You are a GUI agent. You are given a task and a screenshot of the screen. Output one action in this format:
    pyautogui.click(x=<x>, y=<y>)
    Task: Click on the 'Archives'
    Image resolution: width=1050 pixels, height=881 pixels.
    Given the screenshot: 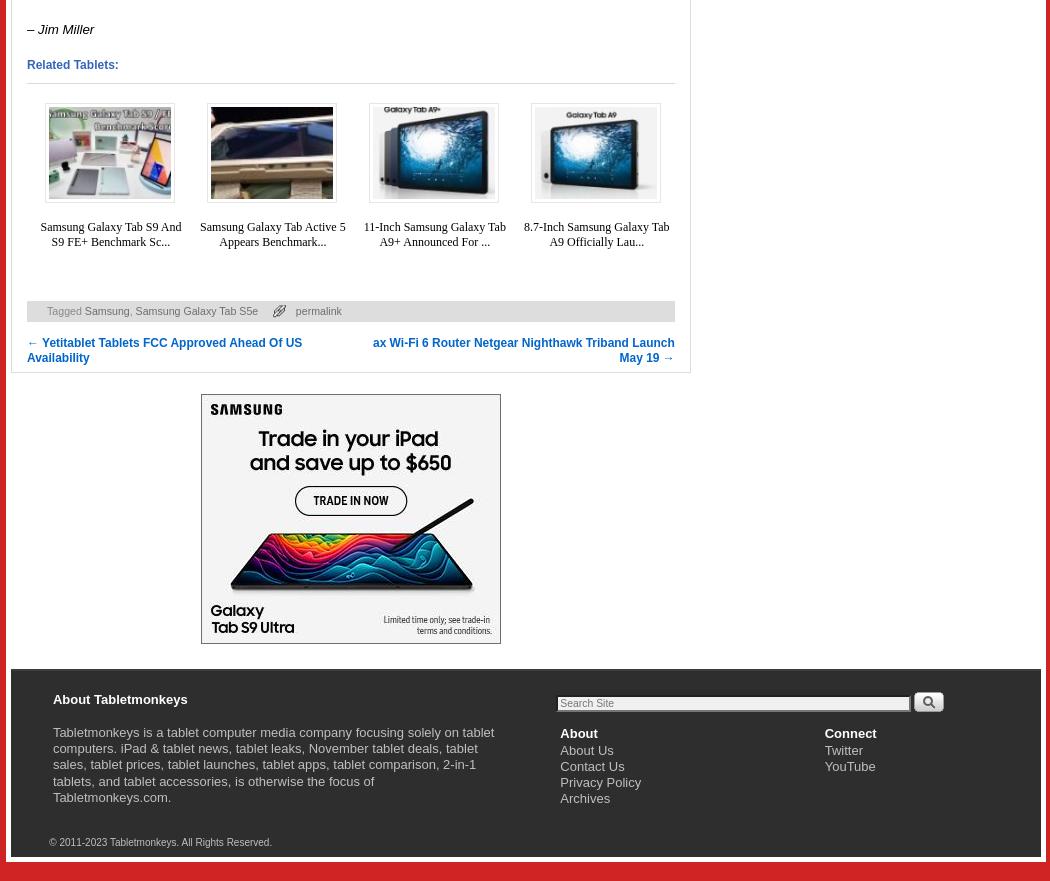 What is the action you would take?
    pyautogui.click(x=583, y=798)
    